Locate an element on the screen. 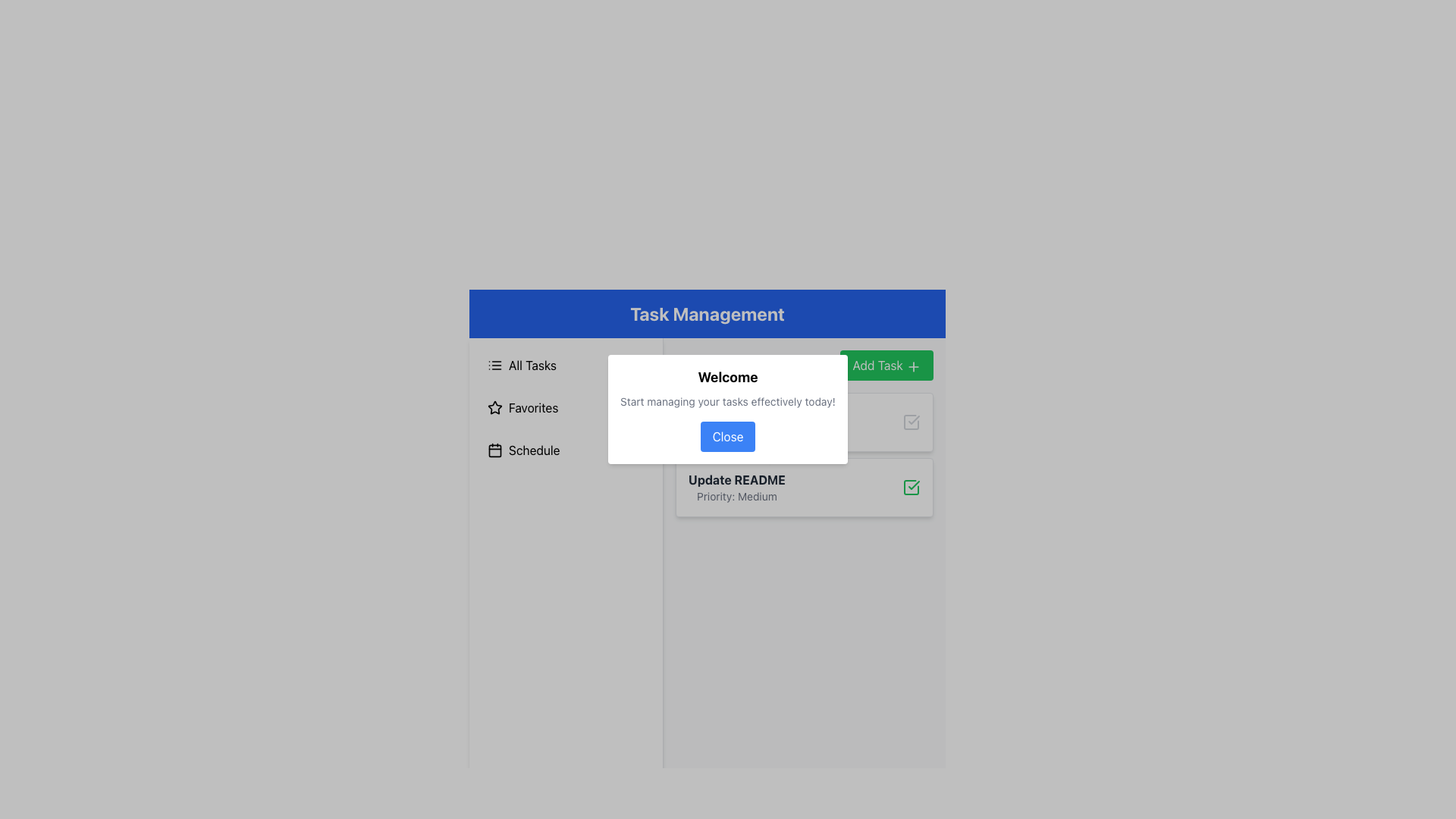 This screenshot has width=1456, height=819. the black calendar-shaped icon located in the sidebar, which is the third item in the vertical list above the 'Schedule' text is located at coordinates (494, 450).